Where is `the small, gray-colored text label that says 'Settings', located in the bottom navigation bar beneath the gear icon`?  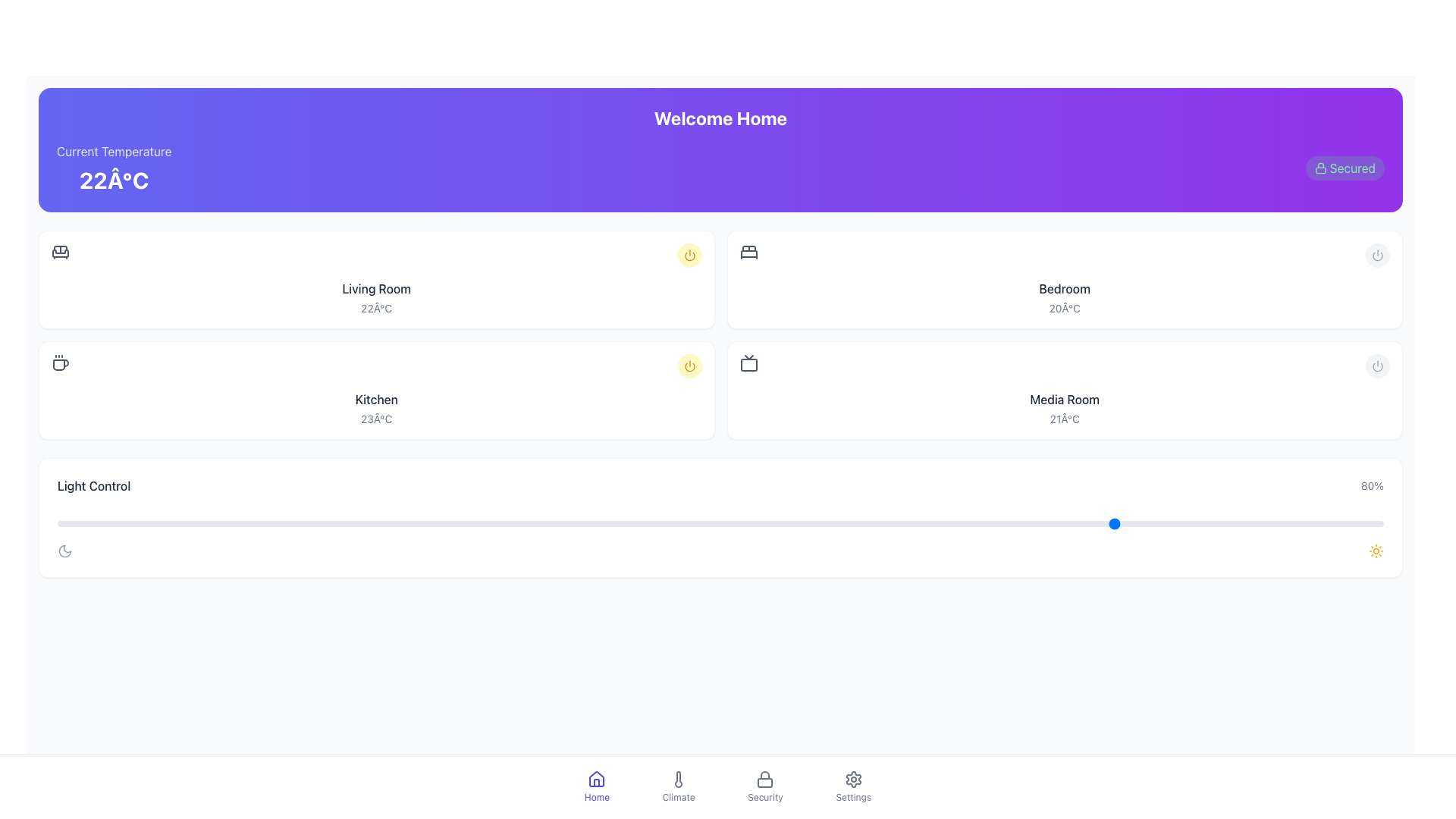 the small, gray-colored text label that says 'Settings', located in the bottom navigation bar beneath the gear icon is located at coordinates (853, 797).